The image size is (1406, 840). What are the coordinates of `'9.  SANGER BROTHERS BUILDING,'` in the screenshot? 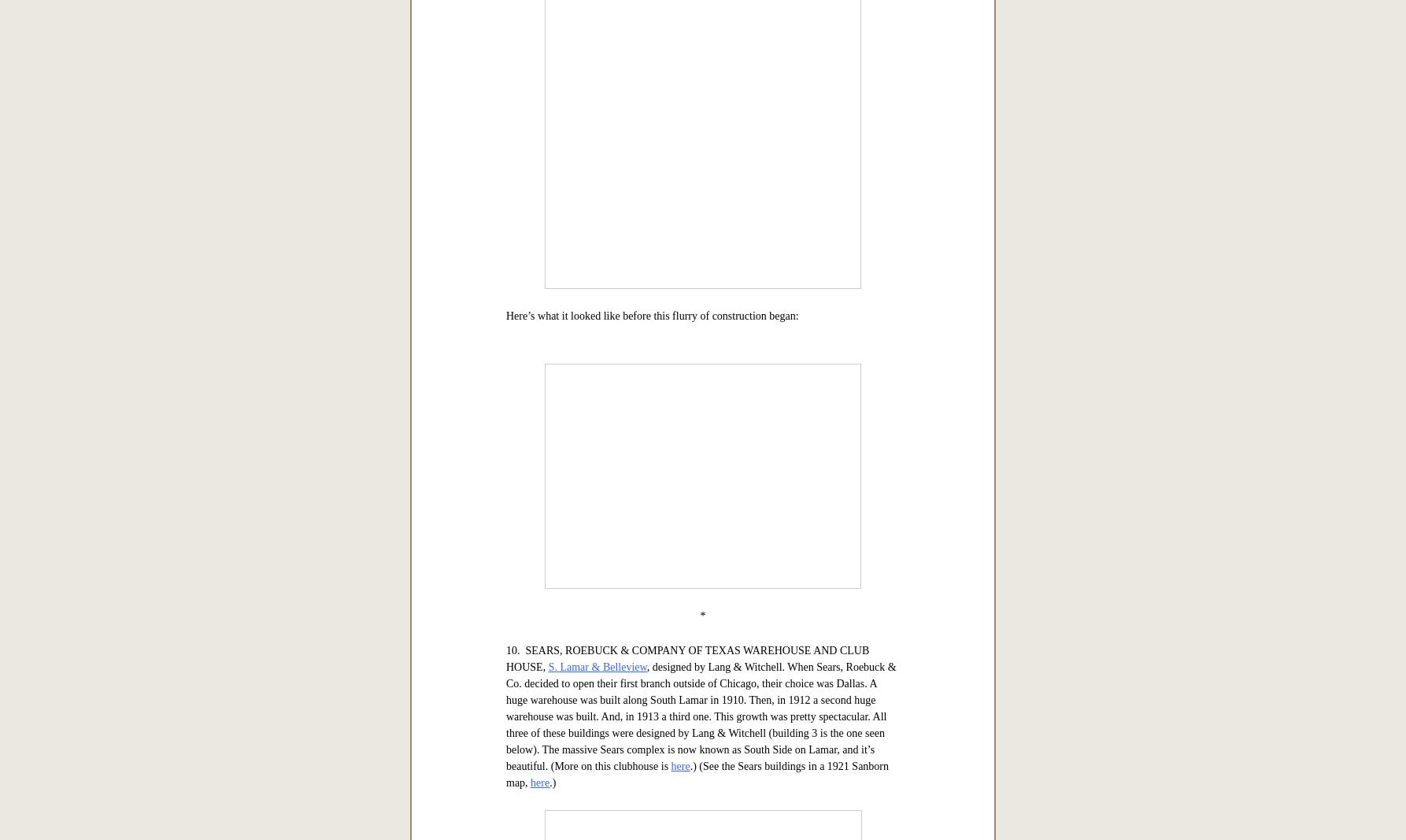 It's located at (505, 124).